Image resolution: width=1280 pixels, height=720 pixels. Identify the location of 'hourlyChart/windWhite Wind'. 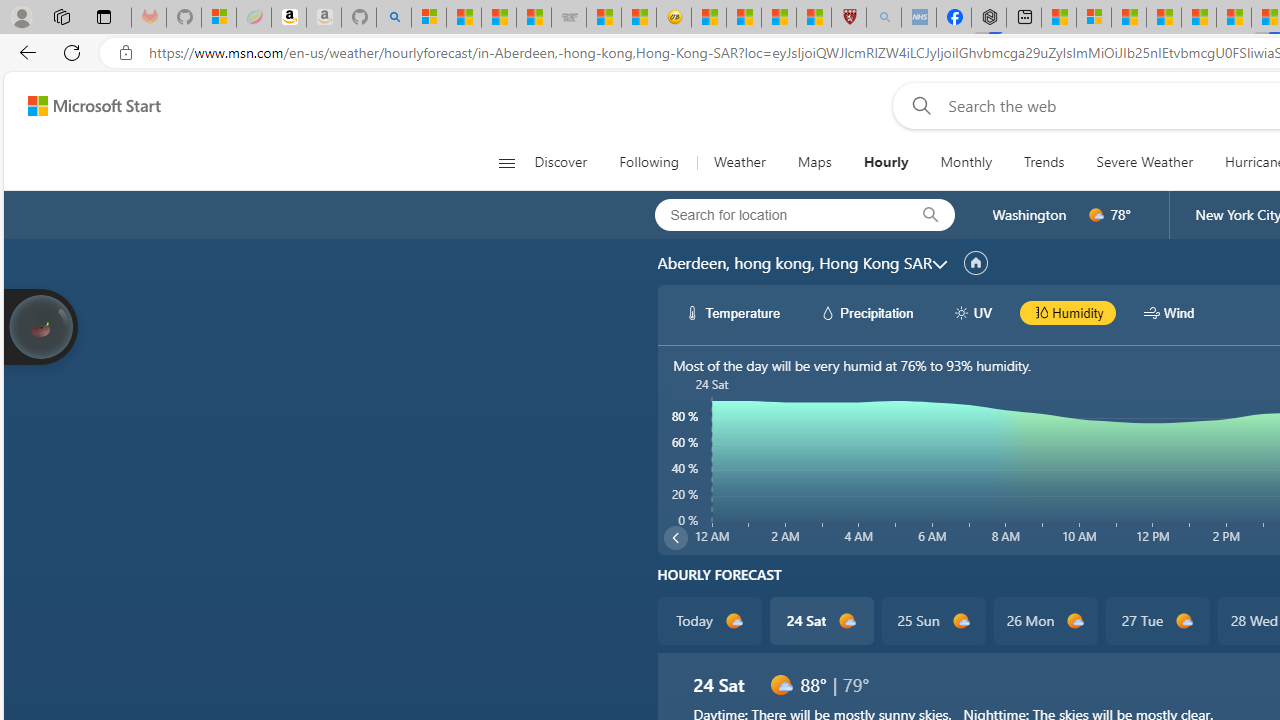
(1169, 312).